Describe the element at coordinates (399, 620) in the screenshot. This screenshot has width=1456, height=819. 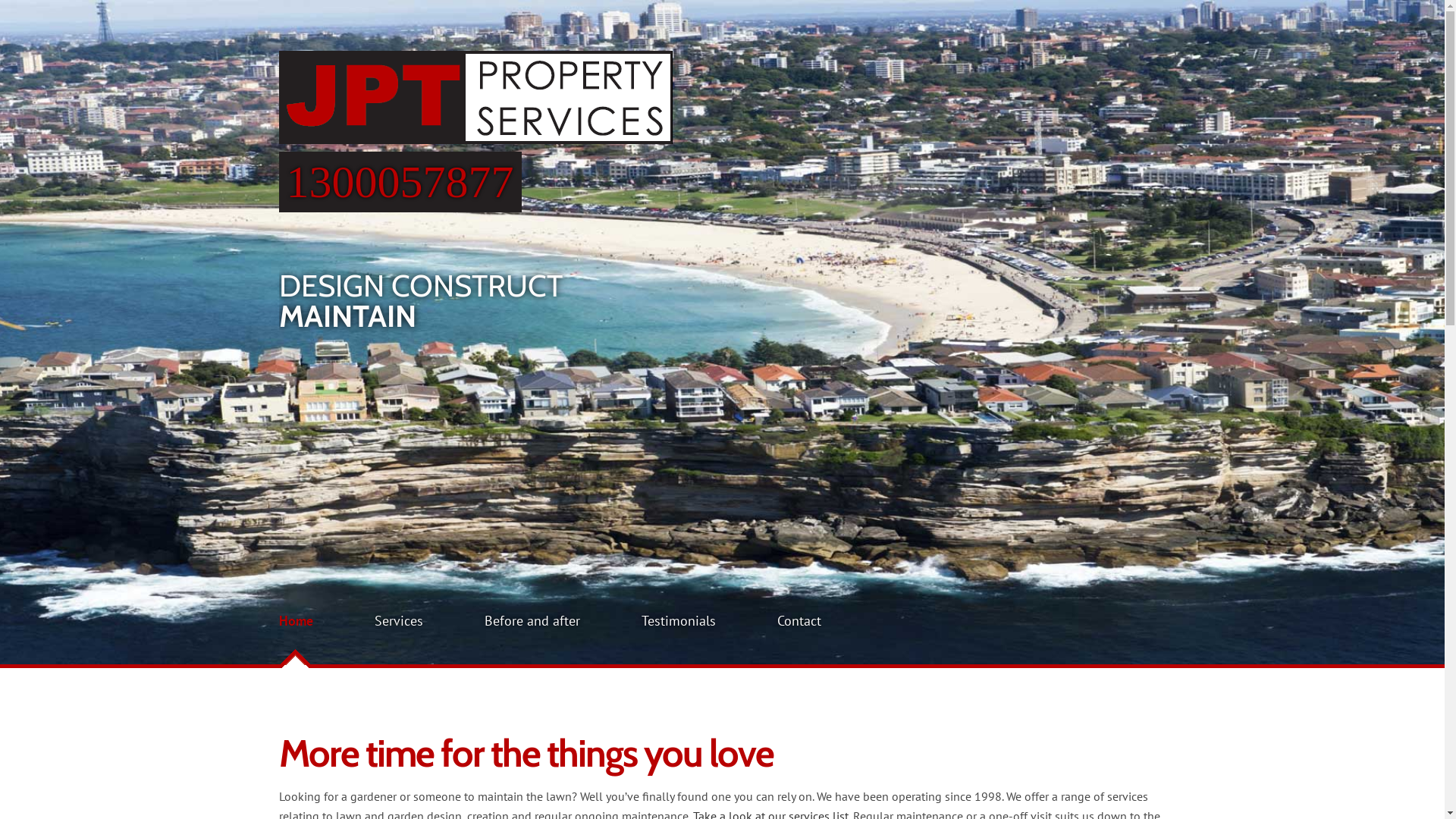
I see `'Services'` at that location.